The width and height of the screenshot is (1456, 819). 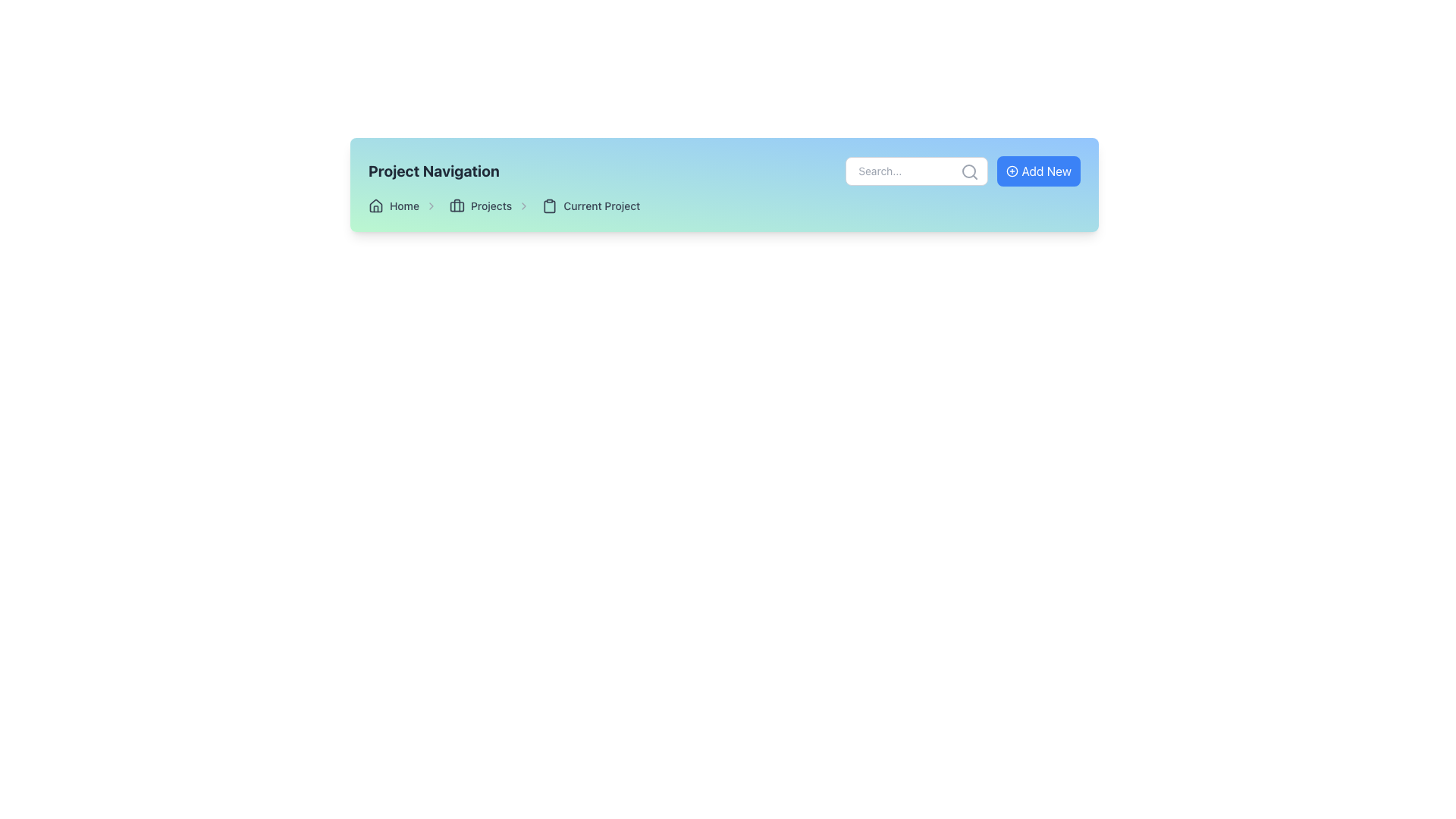 I want to click on the small house icon on the navigation bar labeled 'Project Navigation', so click(x=375, y=206).